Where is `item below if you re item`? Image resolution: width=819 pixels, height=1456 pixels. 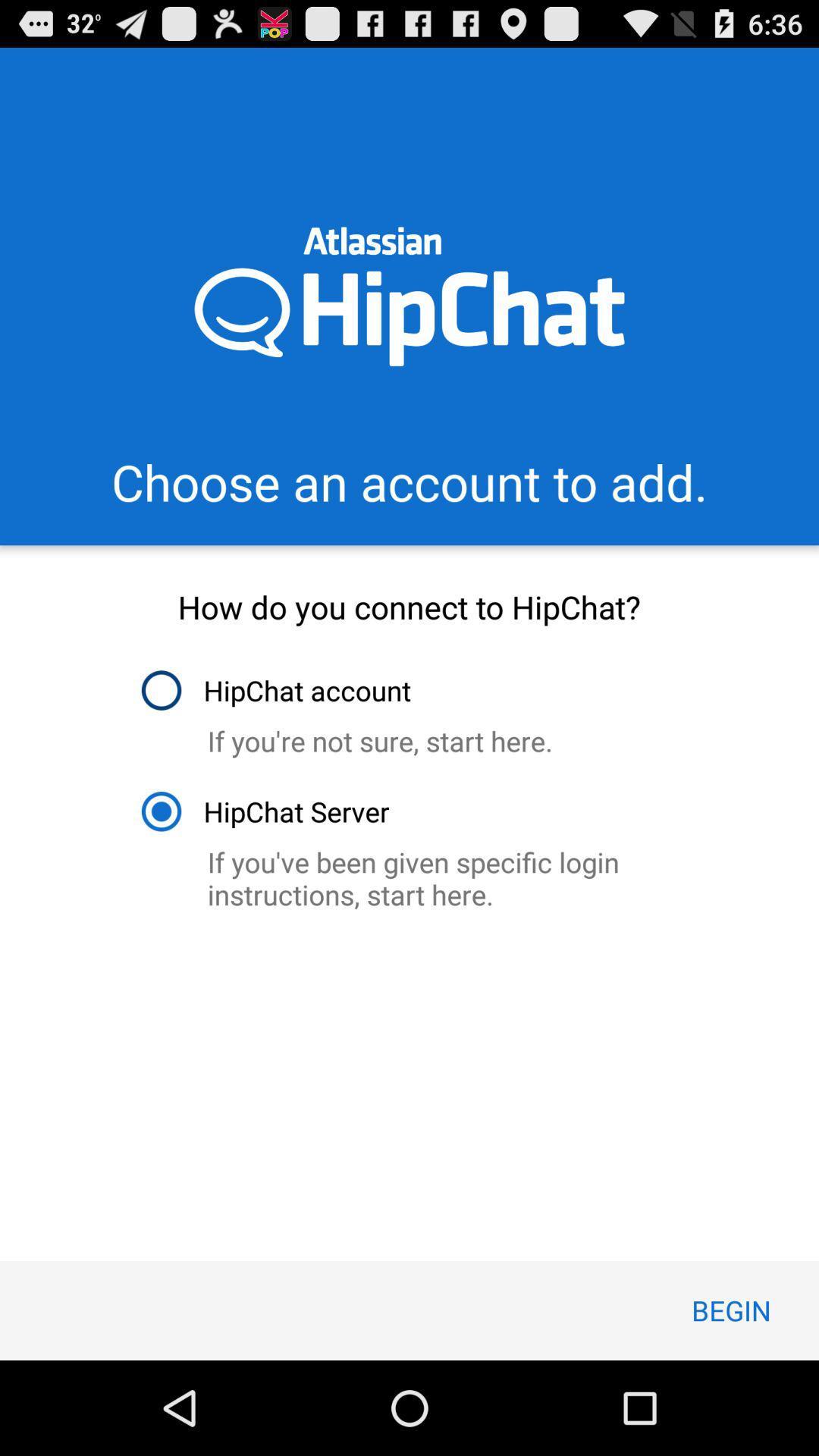
item below if you re item is located at coordinates (264, 811).